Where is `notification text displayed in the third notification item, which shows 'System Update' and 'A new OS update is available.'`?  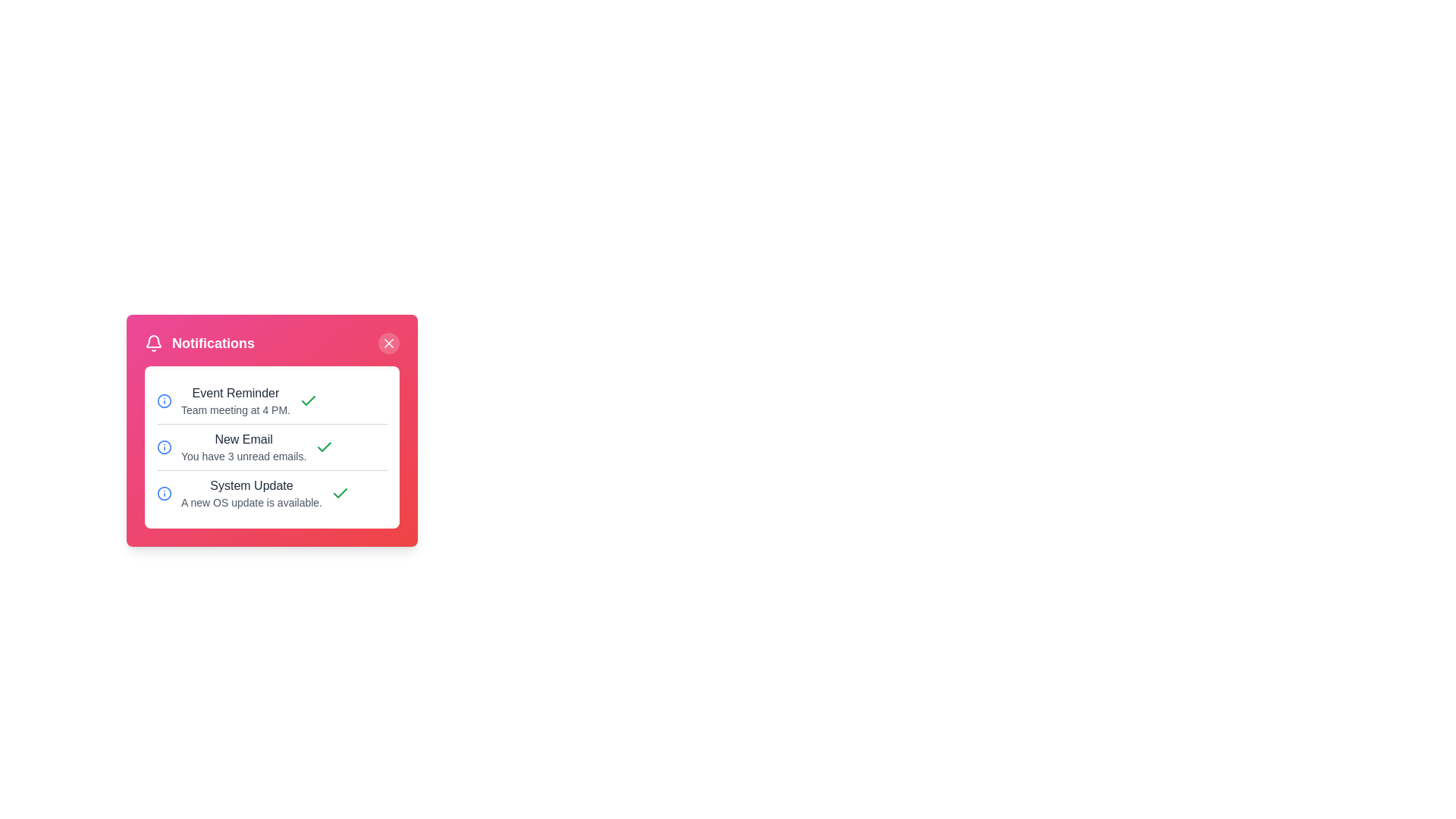 notification text displayed in the third notification item, which shows 'System Update' and 'A new OS update is available.' is located at coordinates (251, 494).